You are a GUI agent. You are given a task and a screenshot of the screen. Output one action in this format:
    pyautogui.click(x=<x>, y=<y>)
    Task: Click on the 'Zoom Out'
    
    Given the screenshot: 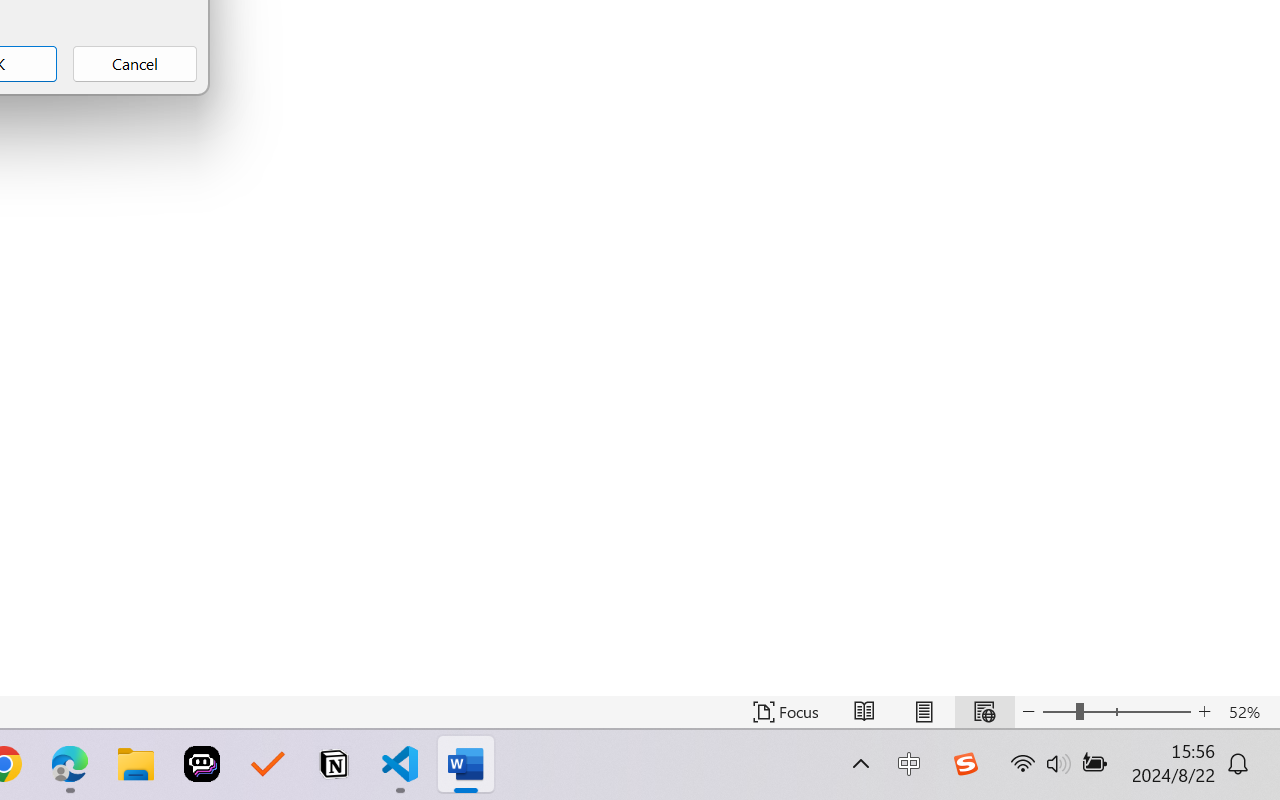 What is the action you would take?
    pyautogui.click(x=1058, y=711)
    